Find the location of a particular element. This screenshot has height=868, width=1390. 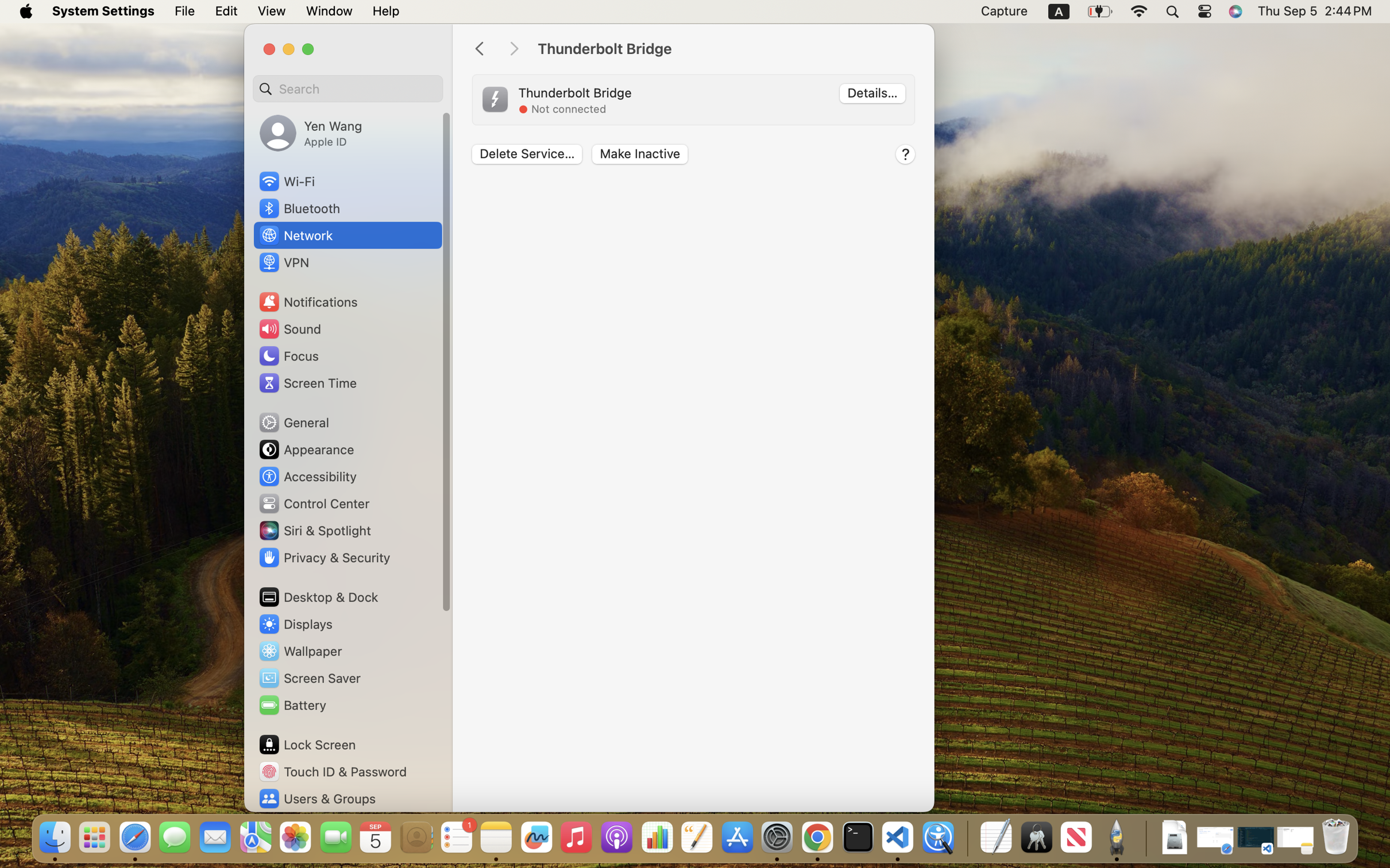

'Network' is located at coordinates (295, 234).